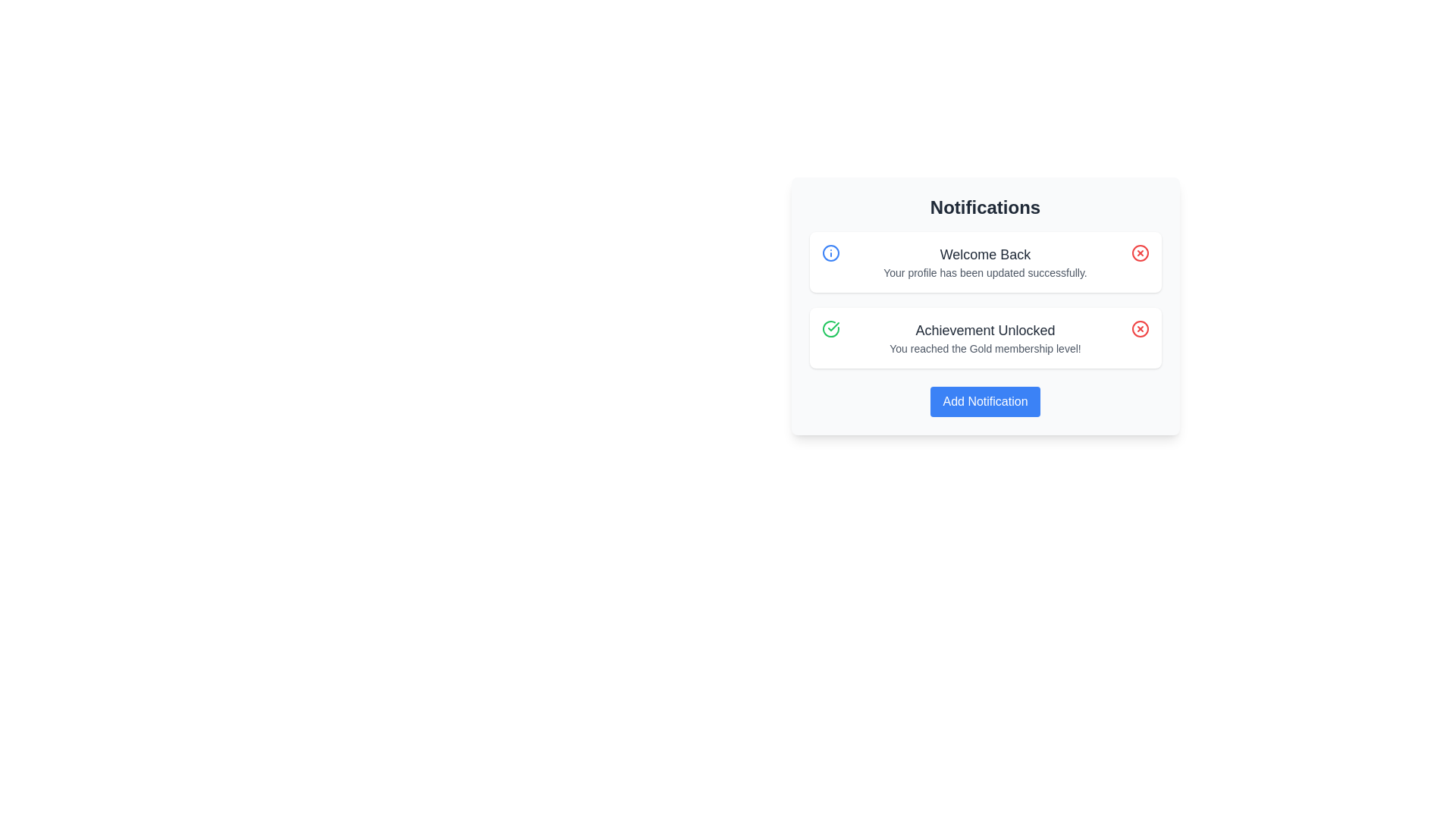  What do you see at coordinates (985, 329) in the screenshot?
I see `text 'Achievement Unlocked' which is styled in a large, bold font and is presented in dark gray color at the top of the notification card, located to the right of a green checkmark icon` at bounding box center [985, 329].